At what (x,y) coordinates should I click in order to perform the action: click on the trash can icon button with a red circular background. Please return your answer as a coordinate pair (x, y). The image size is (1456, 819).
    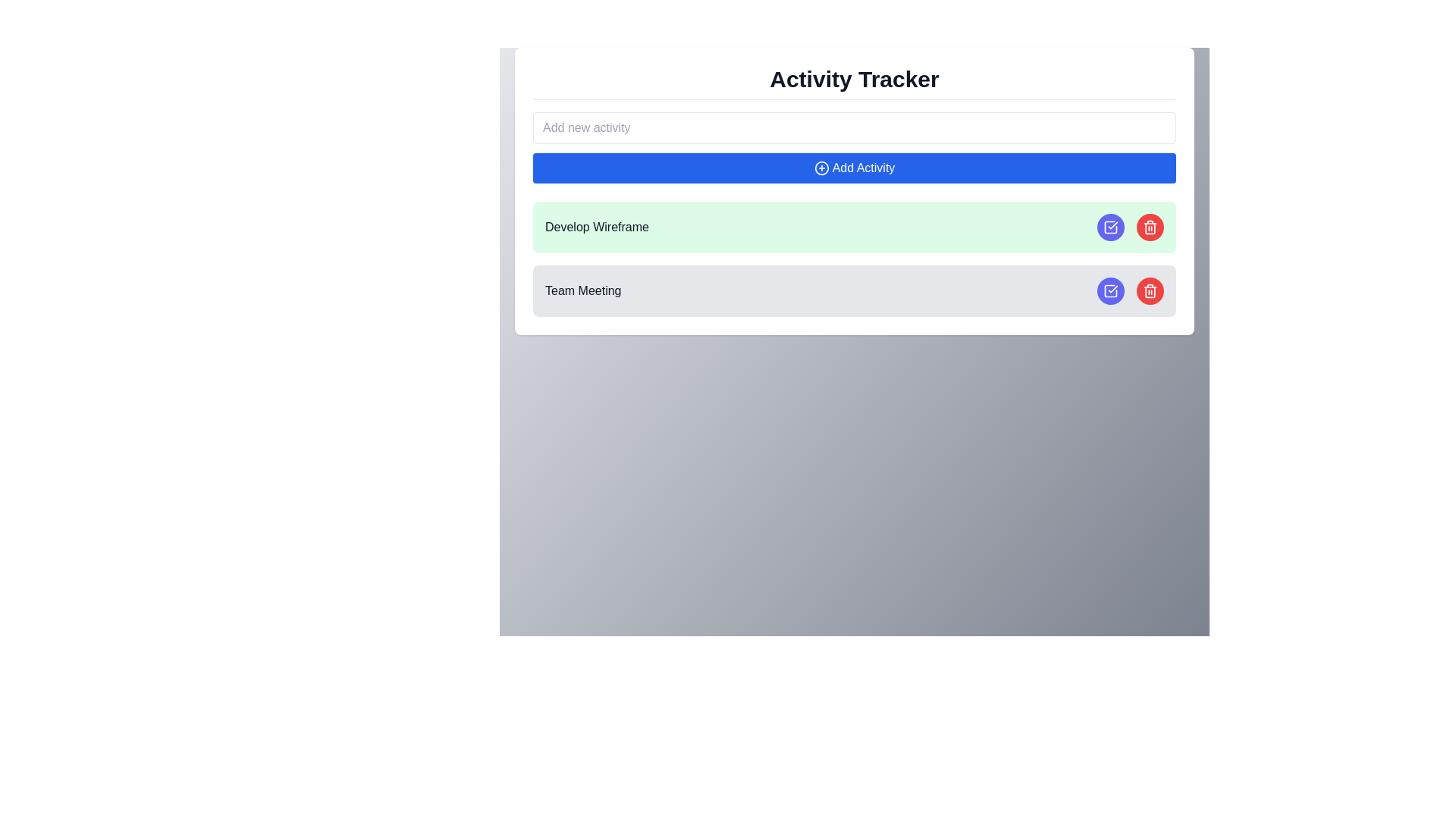
    Looking at the image, I should click on (1150, 227).